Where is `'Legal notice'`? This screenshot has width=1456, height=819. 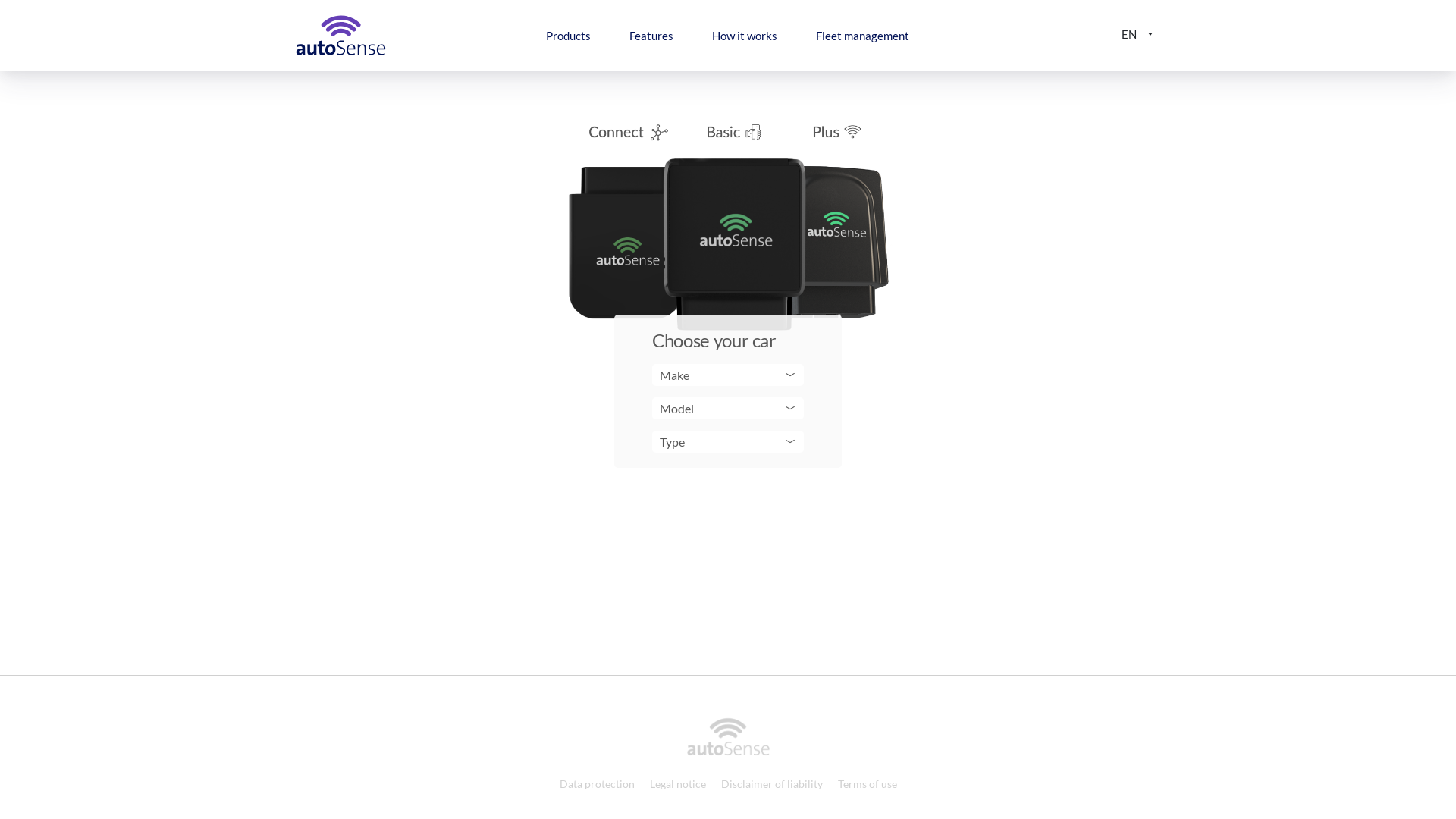 'Legal notice' is located at coordinates (676, 783).